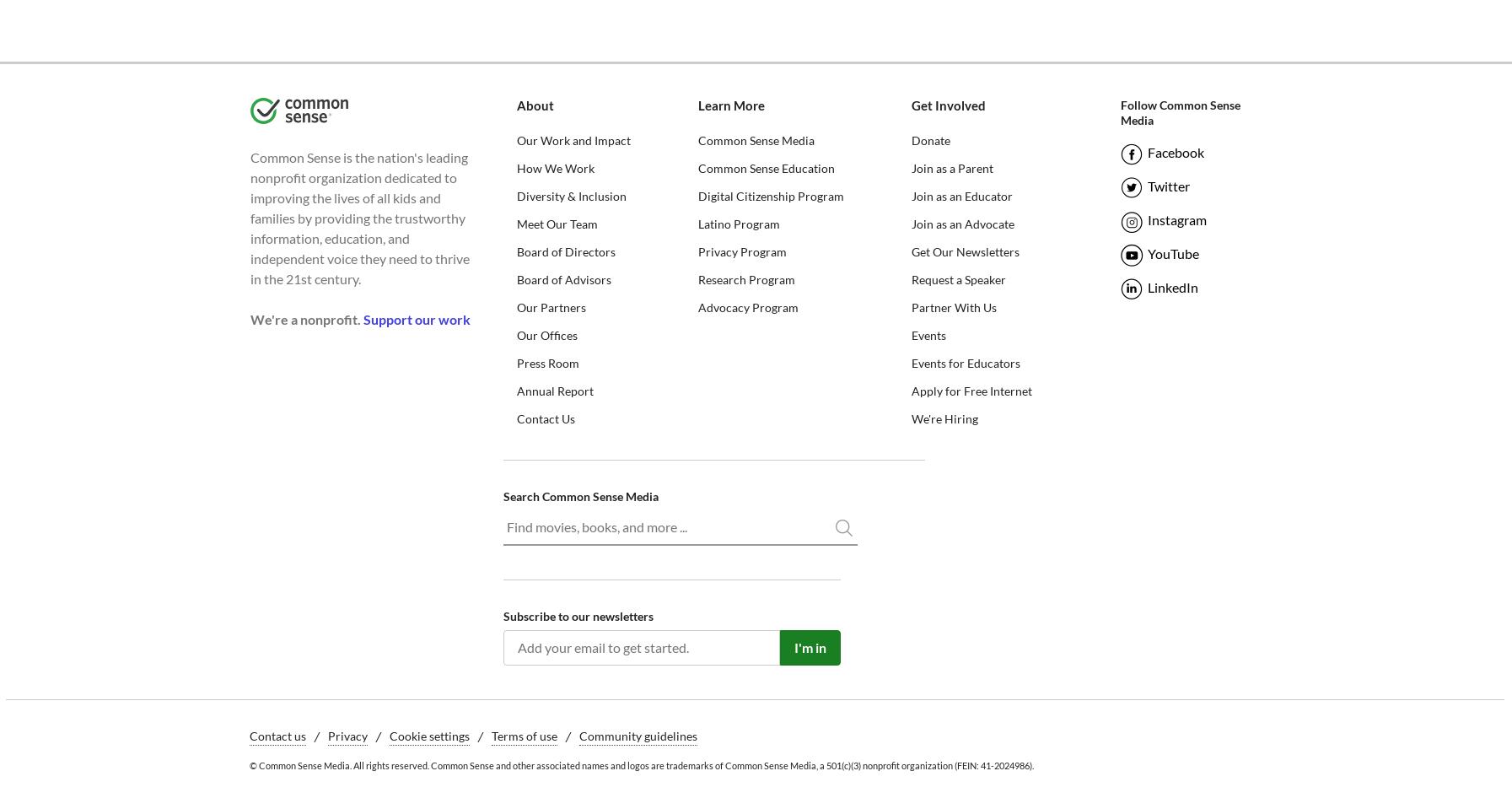 This screenshot has height=798, width=1512. Describe the element at coordinates (572, 140) in the screenshot. I see `'Our Work and Impact'` at that location.